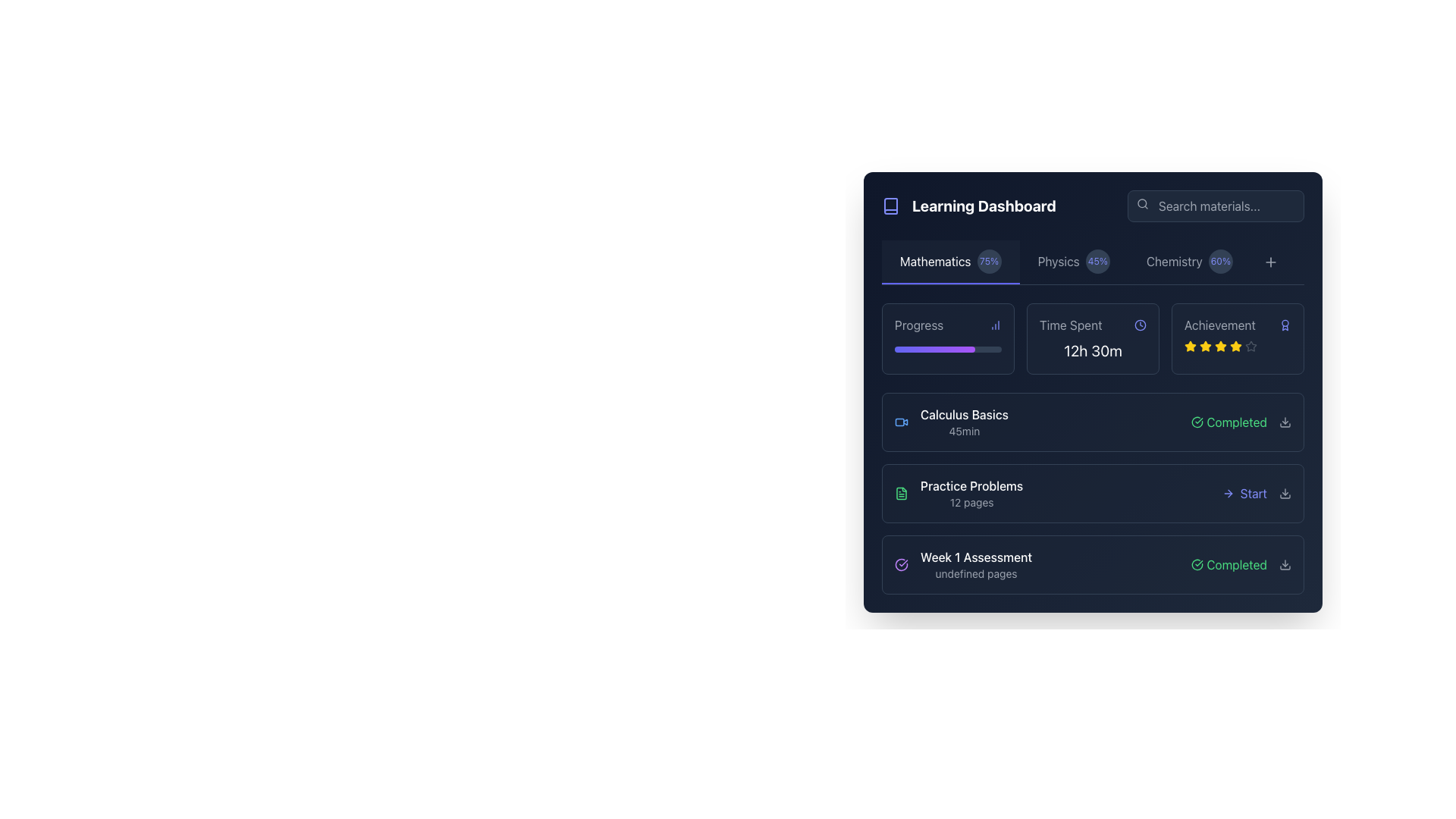 Image resolution: width=1456 pixels, height=819 pixels. Describe the element at coordinates (1220, 260) in the screenshot. I see `the circular badge displaying '60%' with a dark slate-blue background located to the right of the 'Chemistry' label by moving the cursor to its center` at that location.